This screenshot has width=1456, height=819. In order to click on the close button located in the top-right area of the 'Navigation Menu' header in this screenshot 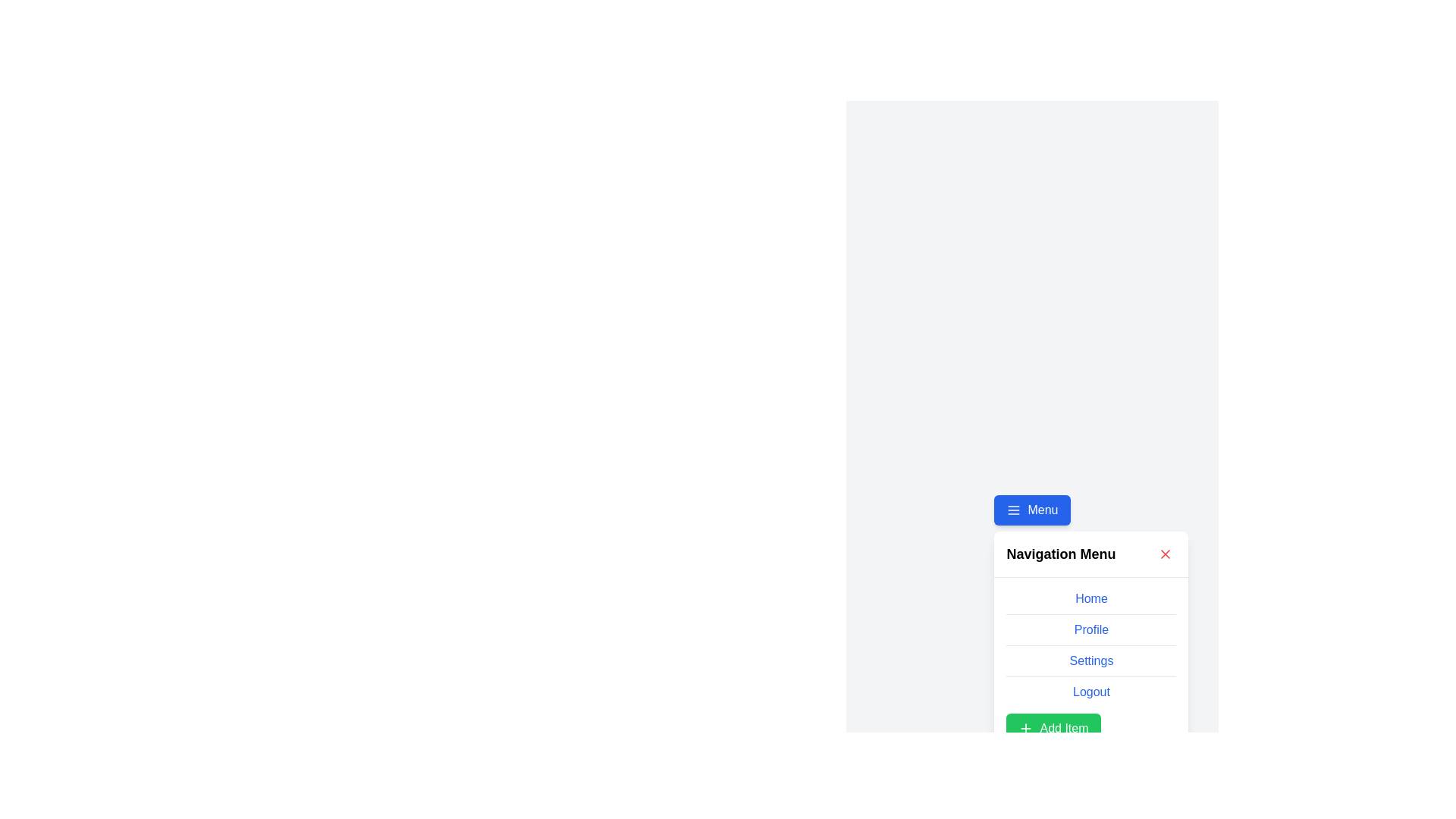, I will do `click(1165, 554)`.